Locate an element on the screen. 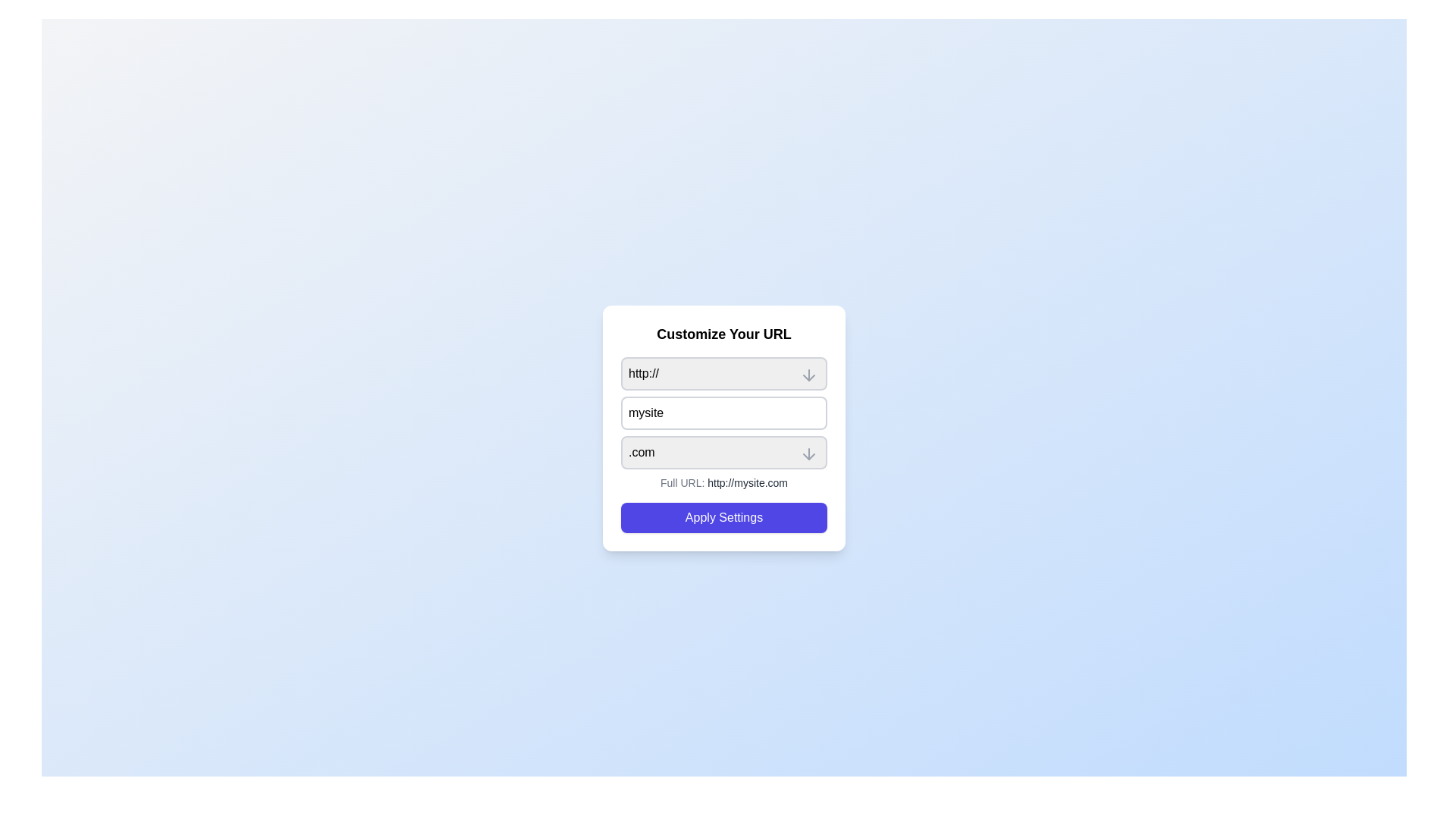 The height and width of the screenshot is (819, 1456). the static informational text that displays the dynamically generated full URL, located beneath the domain selection component and above the 'Apply Settings' button in the modal is located at coordinates (723, 482).